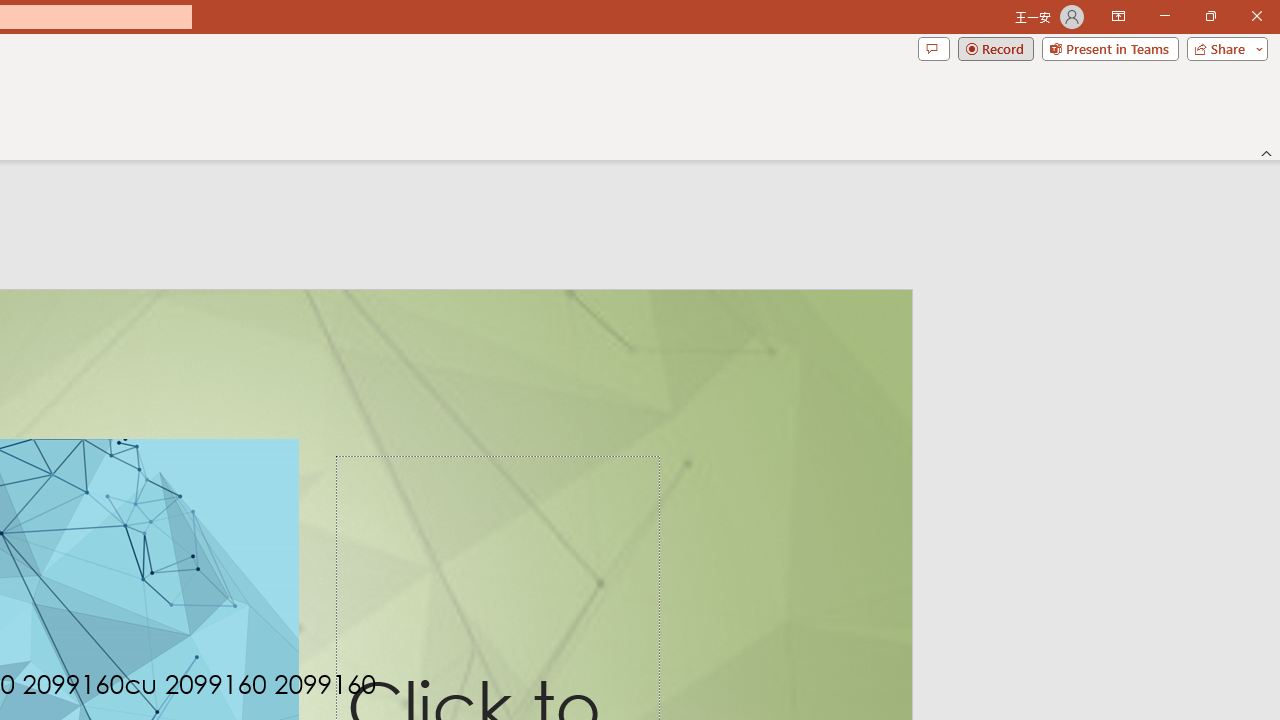 The image size is (1280, 720). What do you see at coordinates (1222, 47) in the screenshot?
I see `'Share'` at bounding box center [1222, 47].